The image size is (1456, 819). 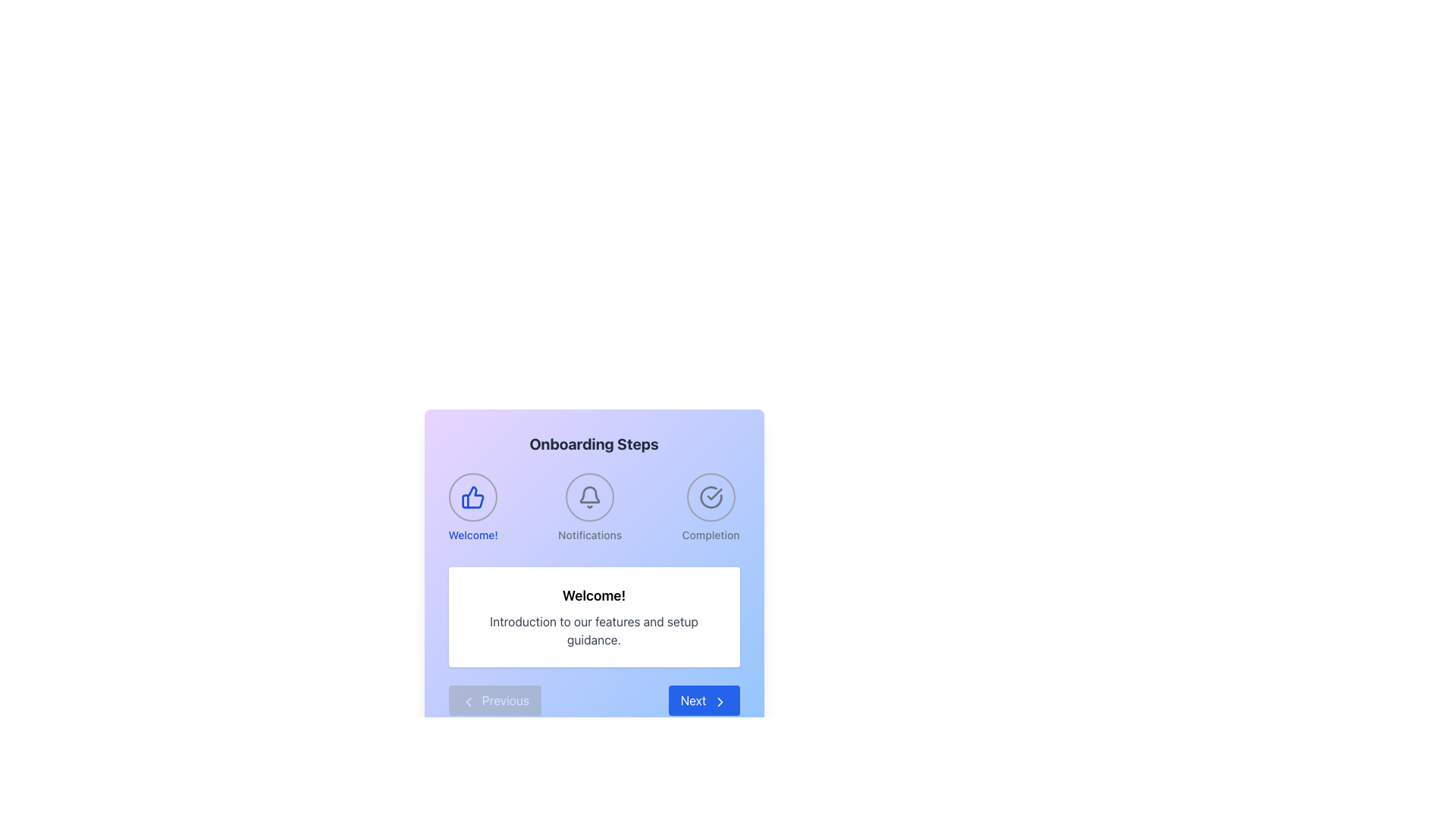 What do you see at coordinates (589, 508) in the screenshot?
I see `the Notifications icon, which features a circular light gray bell illustration with the label 'Notifications' below it` at bounding box center [589, 508].